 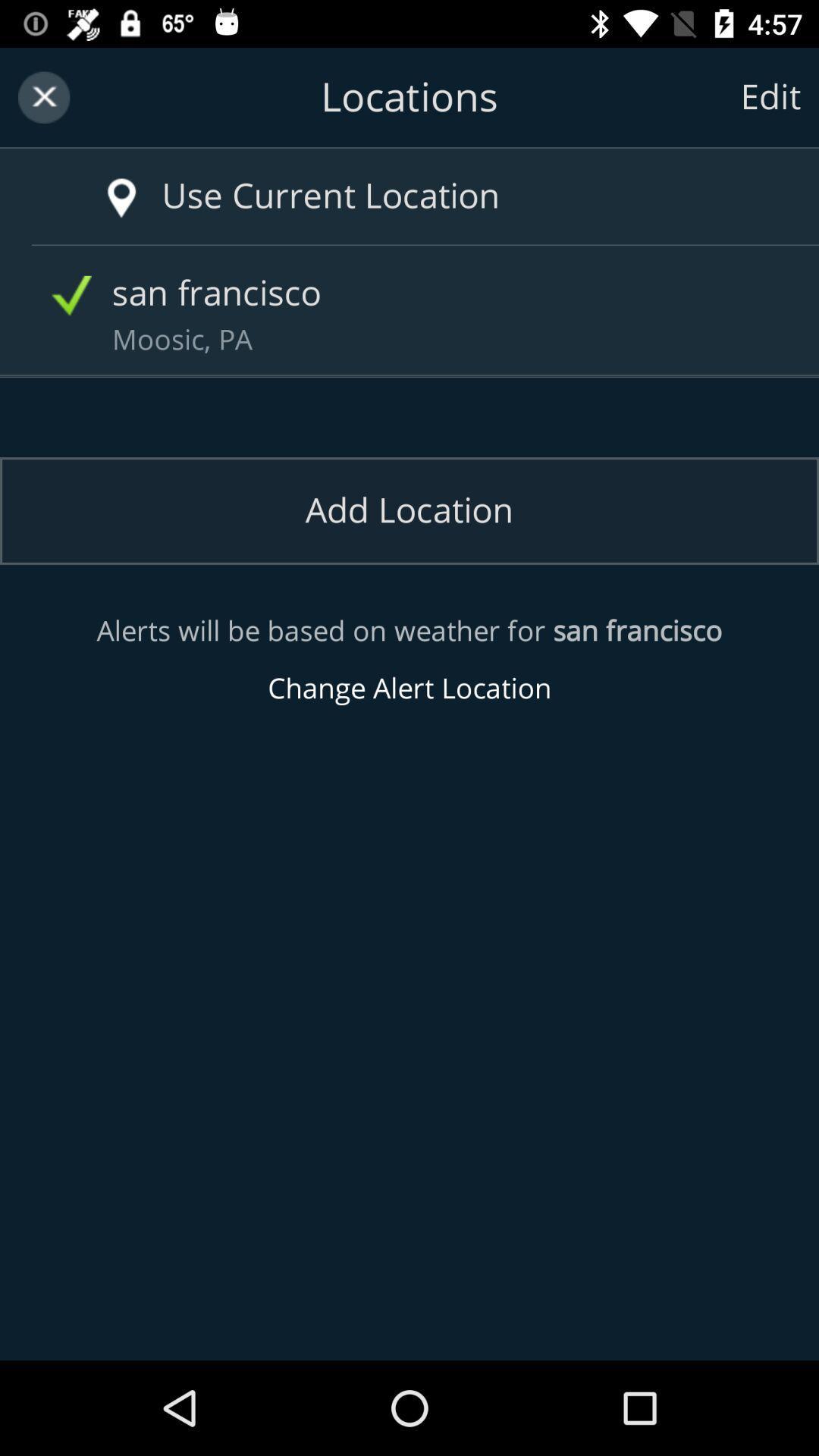 What do you see at coordinates (409, 660) in the screenshot?
I see `alerts will be` at bounding box center [409, 660].